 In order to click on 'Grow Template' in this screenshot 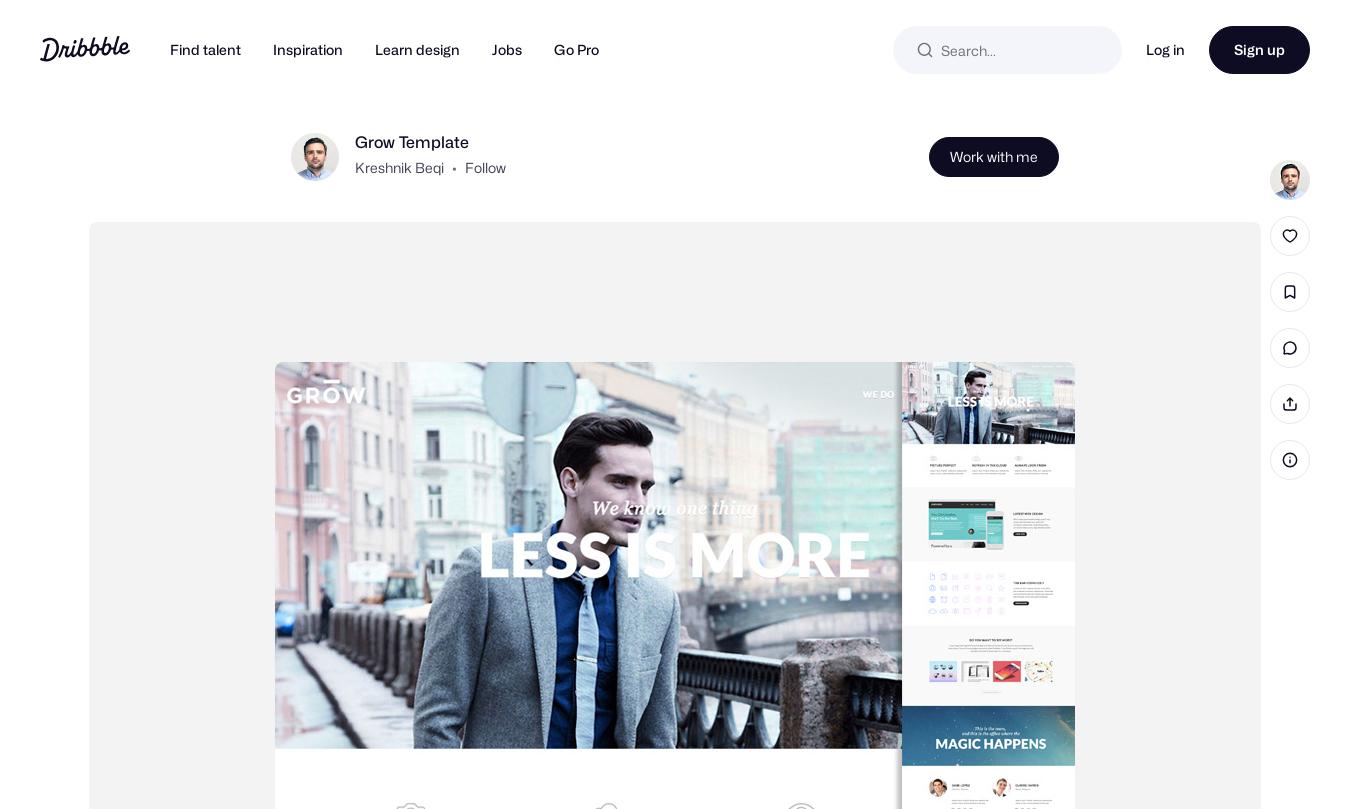, I will do `click(412, 173)`.